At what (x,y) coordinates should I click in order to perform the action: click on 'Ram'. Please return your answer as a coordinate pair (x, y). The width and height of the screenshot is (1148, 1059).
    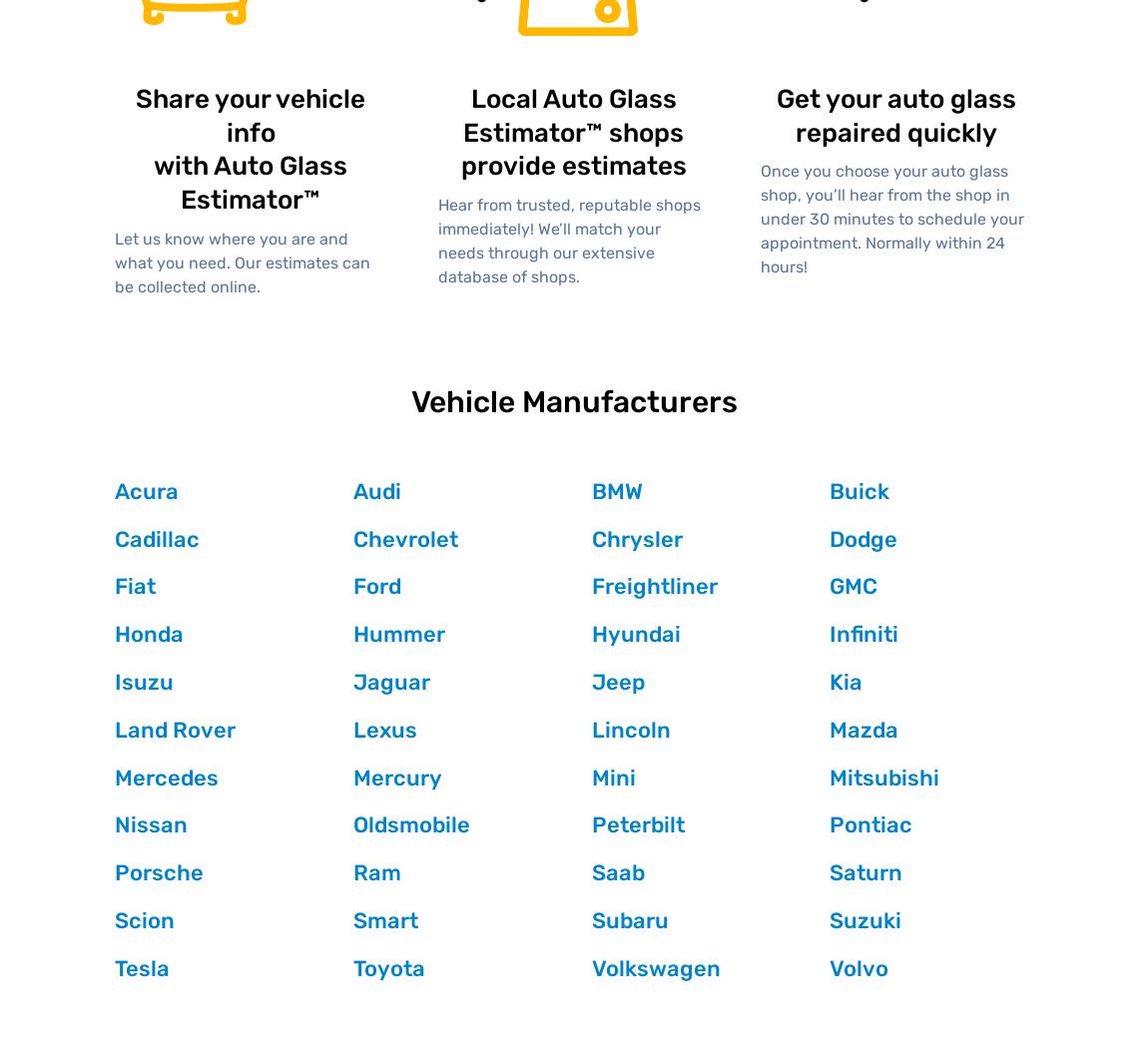
    Looking at the image, I should click on (375, 872).